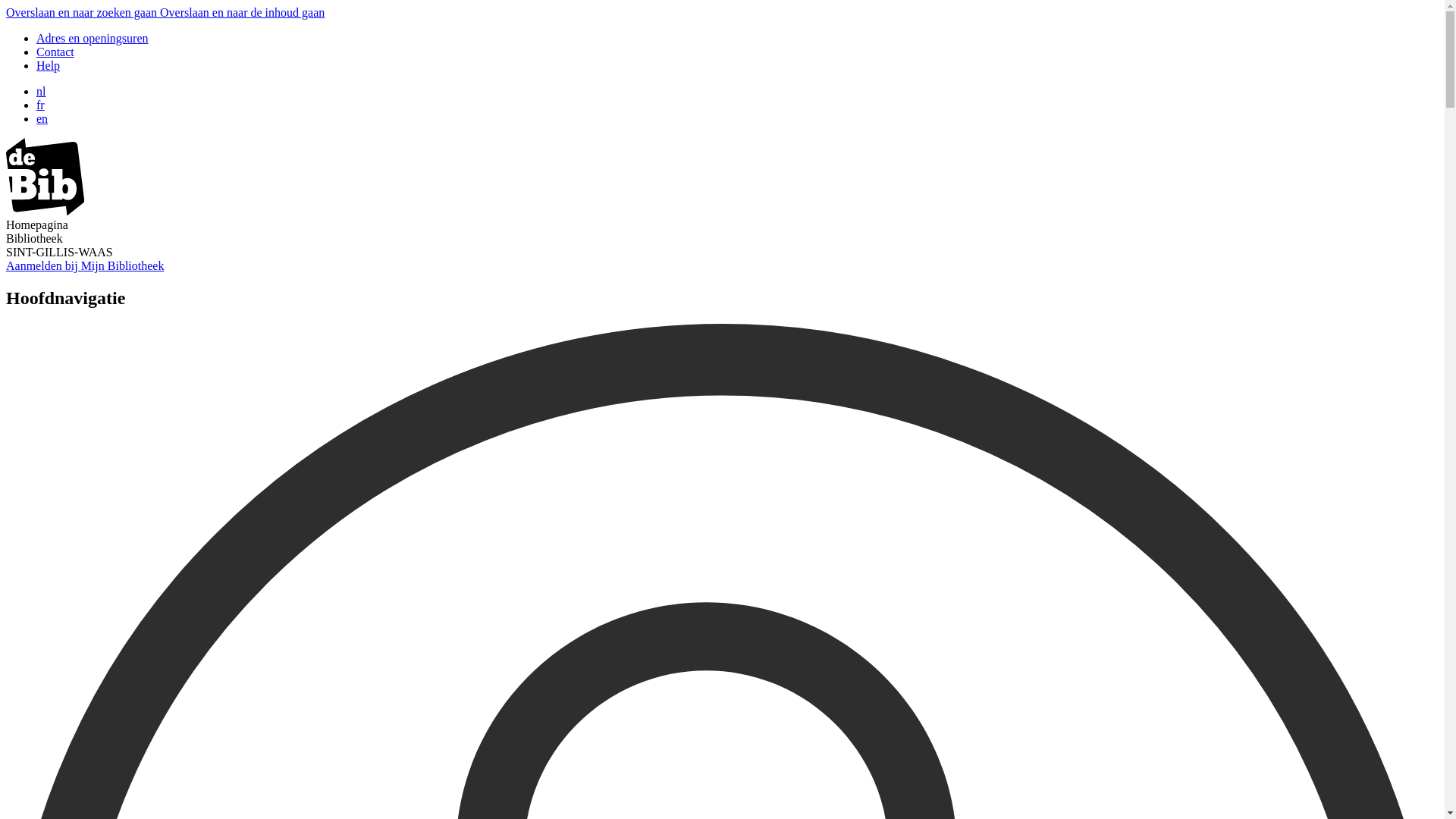 The width and height of the screenshot is (1456, 819). What do you see at coordinates (48, 64) in the screenshot?
I see `'Help'` at bounding box center [48, 64].